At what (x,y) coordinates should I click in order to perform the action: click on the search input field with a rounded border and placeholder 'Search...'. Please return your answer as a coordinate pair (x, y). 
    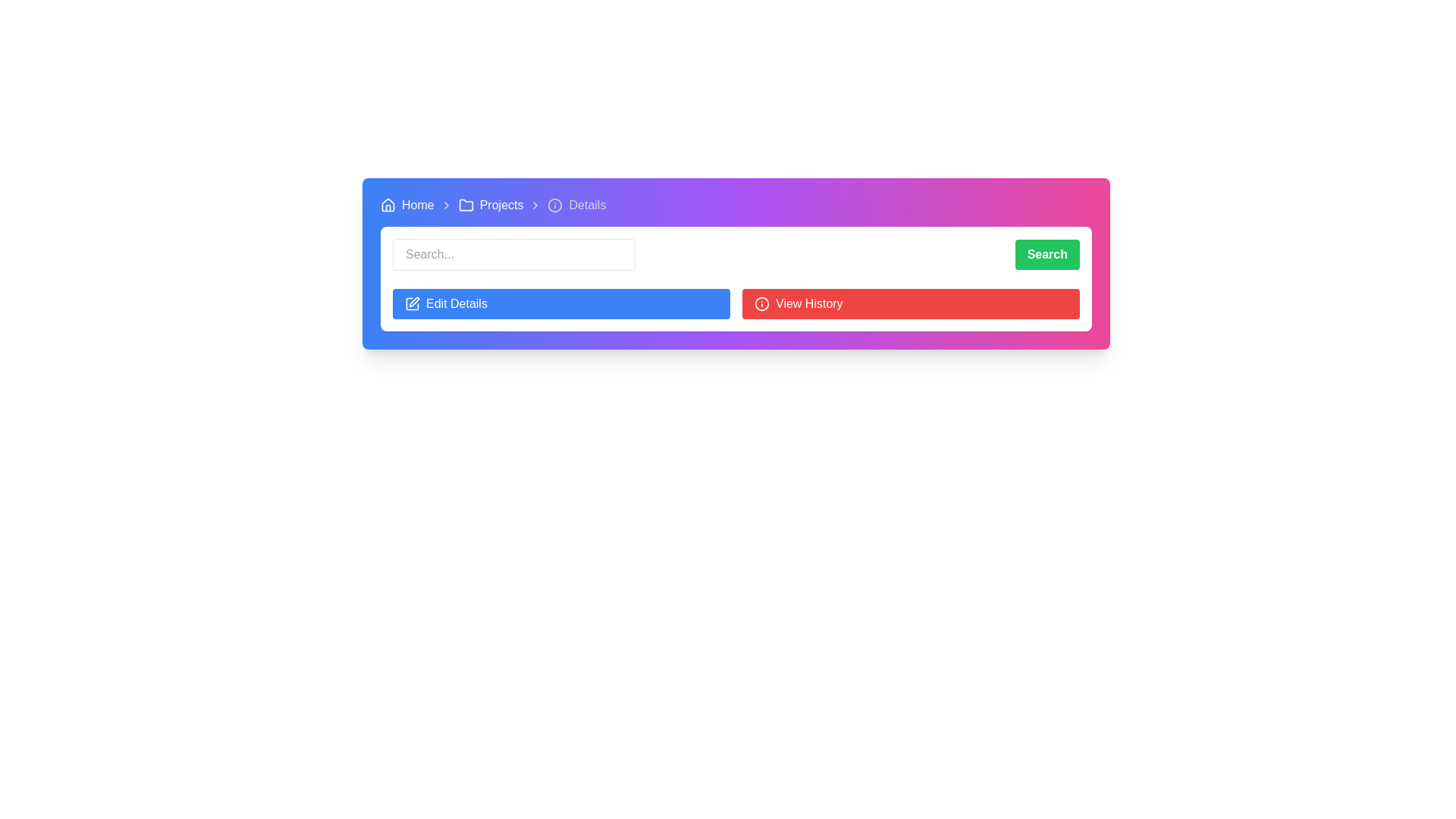
    Looking at the image, I should click on (513, 253).